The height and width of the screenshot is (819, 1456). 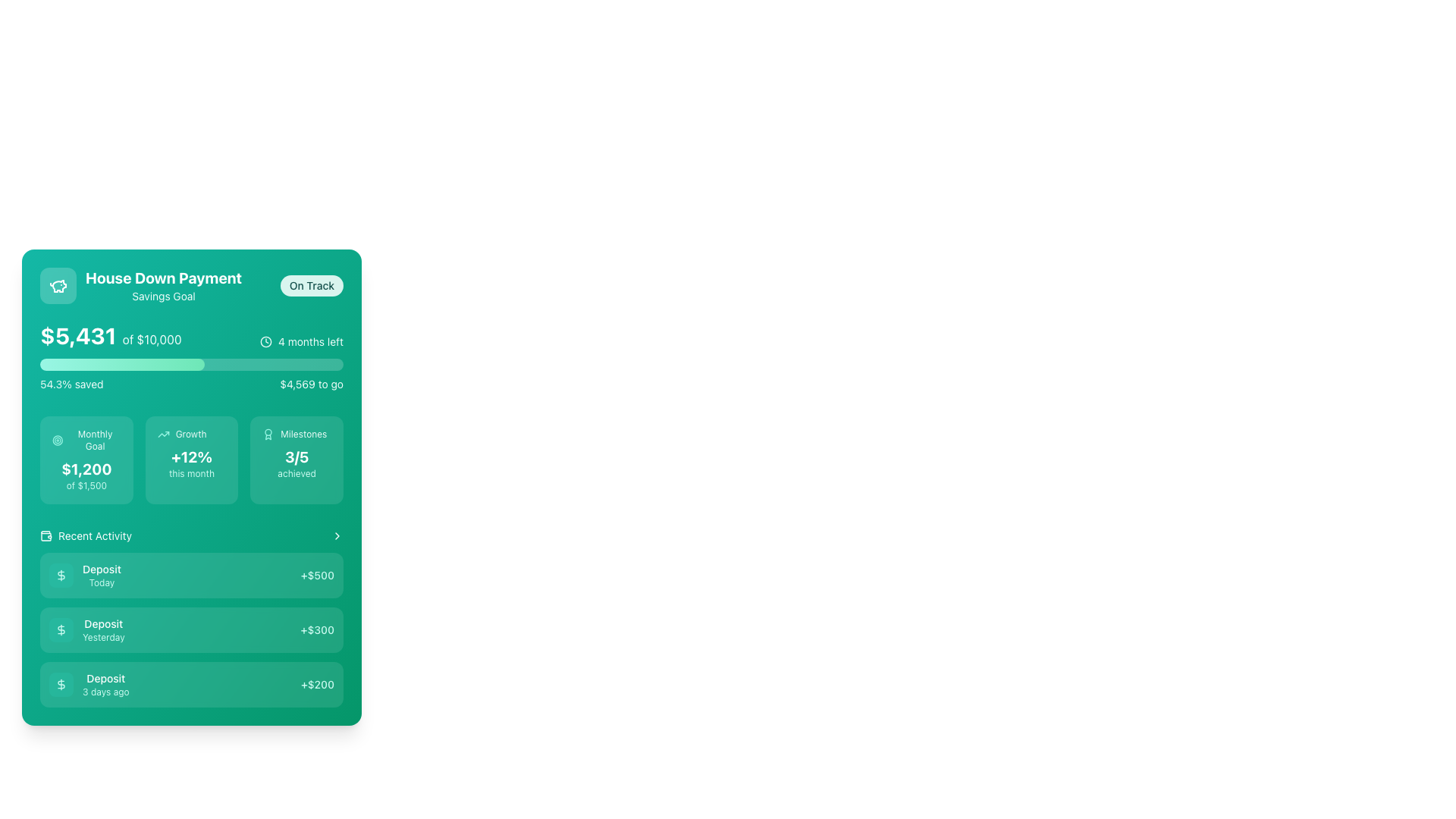 What do you see at coordinates (316, 684) in the screenshot?
I see `the text label displaying '+$200' in teal color, which is part of the 'Recent Activity' section and located in the rightmost portion of the final transaction entry row` at bounding box center [316, 684].